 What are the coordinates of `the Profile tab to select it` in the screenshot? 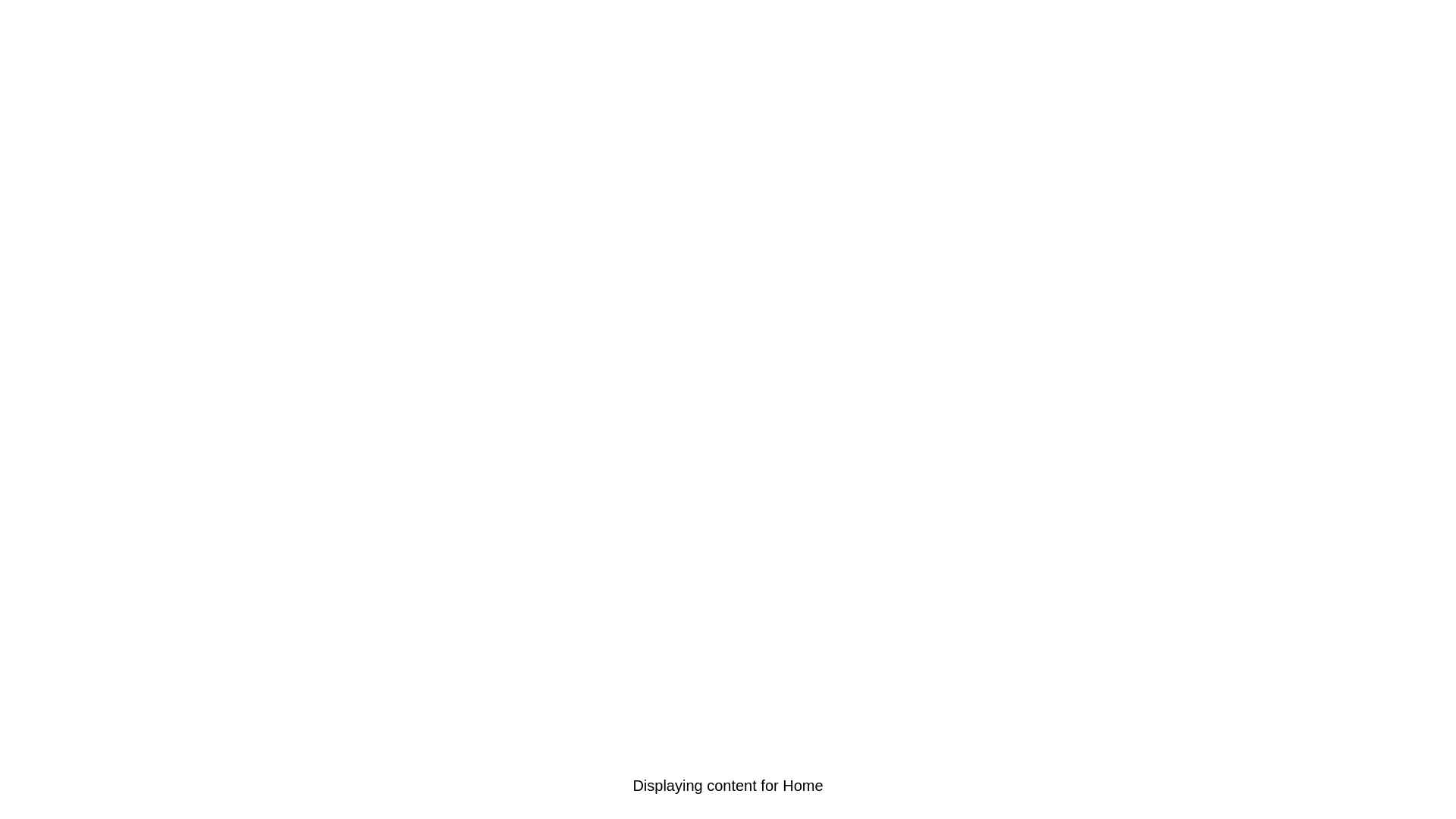 It's located at (1310, 785).